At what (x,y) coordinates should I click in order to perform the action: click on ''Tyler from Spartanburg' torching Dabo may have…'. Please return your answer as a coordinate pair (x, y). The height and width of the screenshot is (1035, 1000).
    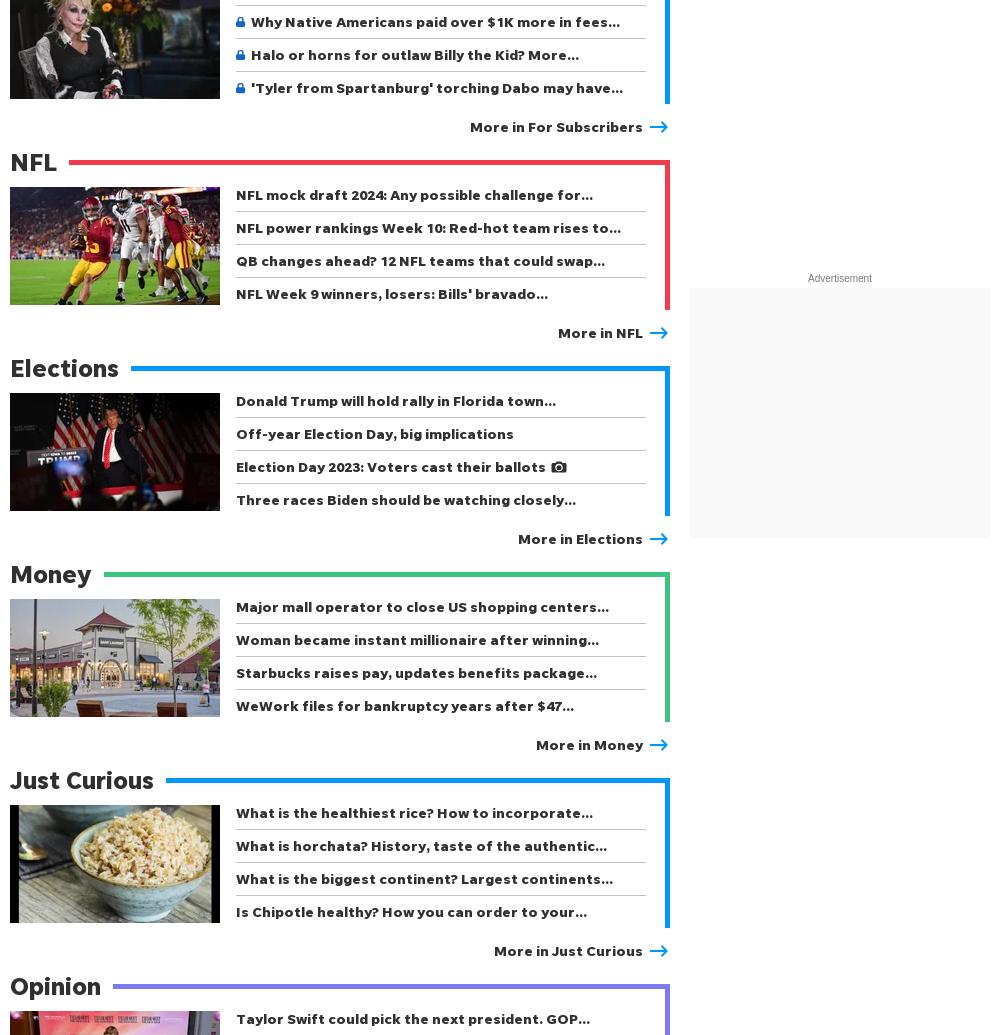
    Looking at the image, I should click on (251, 87).